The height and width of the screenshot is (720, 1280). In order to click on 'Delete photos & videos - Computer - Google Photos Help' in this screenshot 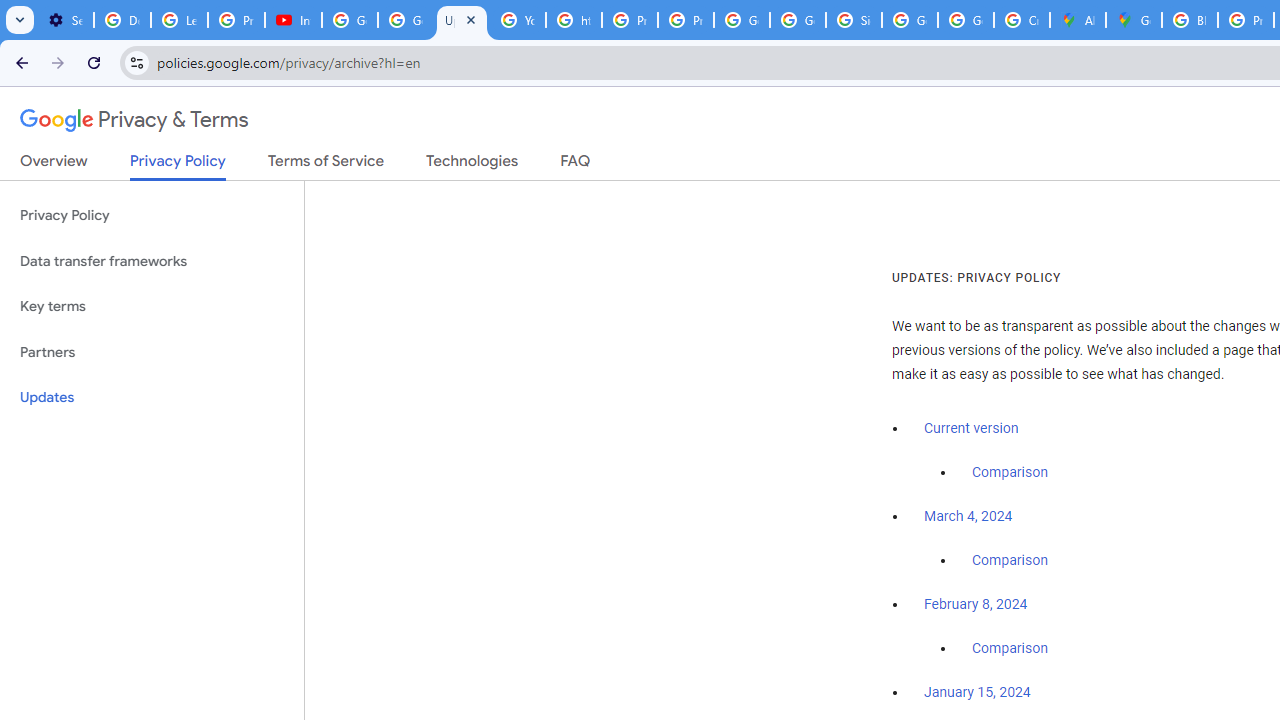, I will do `click(121, 20)`.